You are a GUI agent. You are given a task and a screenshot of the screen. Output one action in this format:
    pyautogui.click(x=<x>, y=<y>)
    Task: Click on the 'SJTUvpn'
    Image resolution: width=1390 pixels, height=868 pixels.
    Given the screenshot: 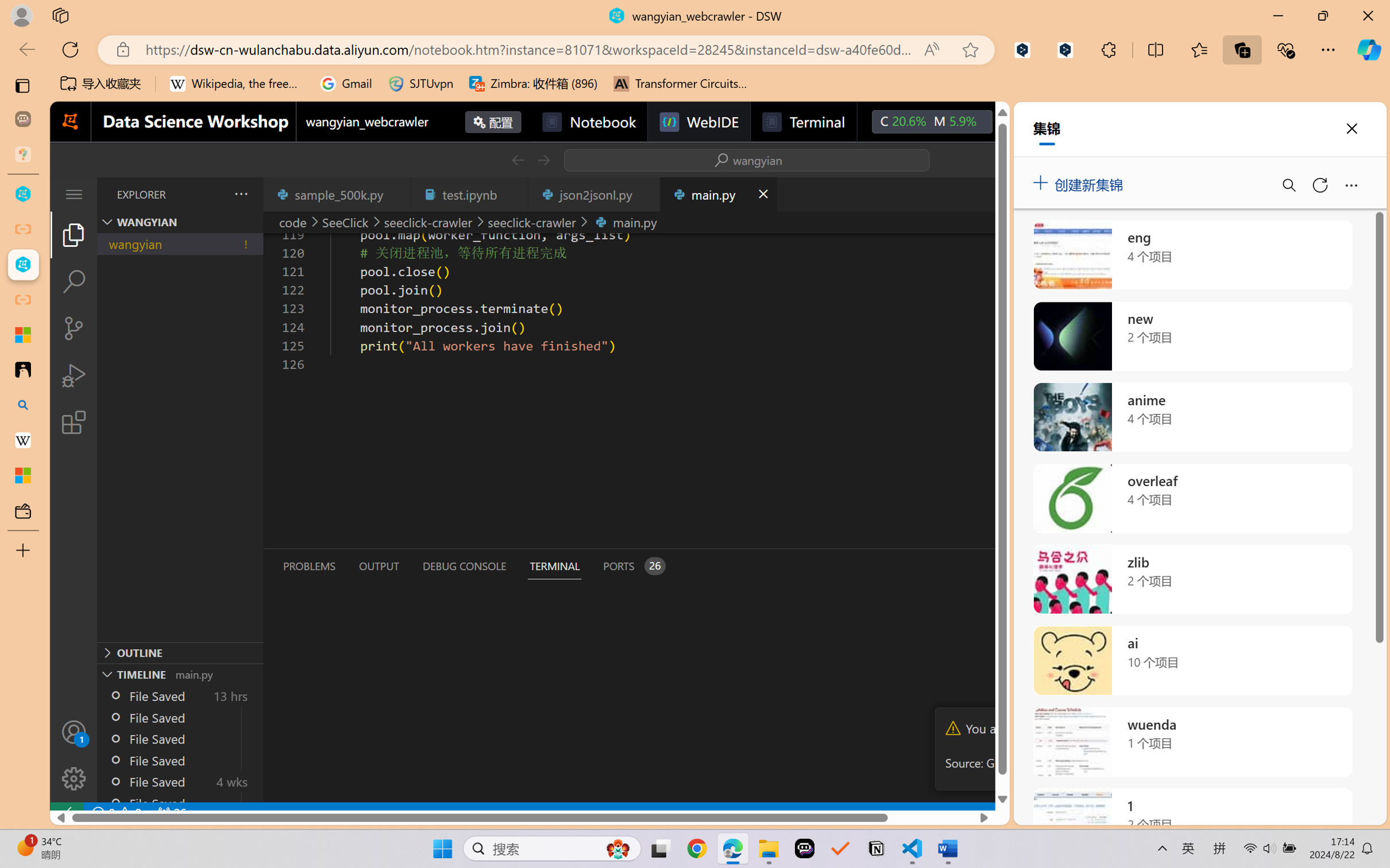 What is the action you would take?
    pyautogui.click(x=420, y=83)
    